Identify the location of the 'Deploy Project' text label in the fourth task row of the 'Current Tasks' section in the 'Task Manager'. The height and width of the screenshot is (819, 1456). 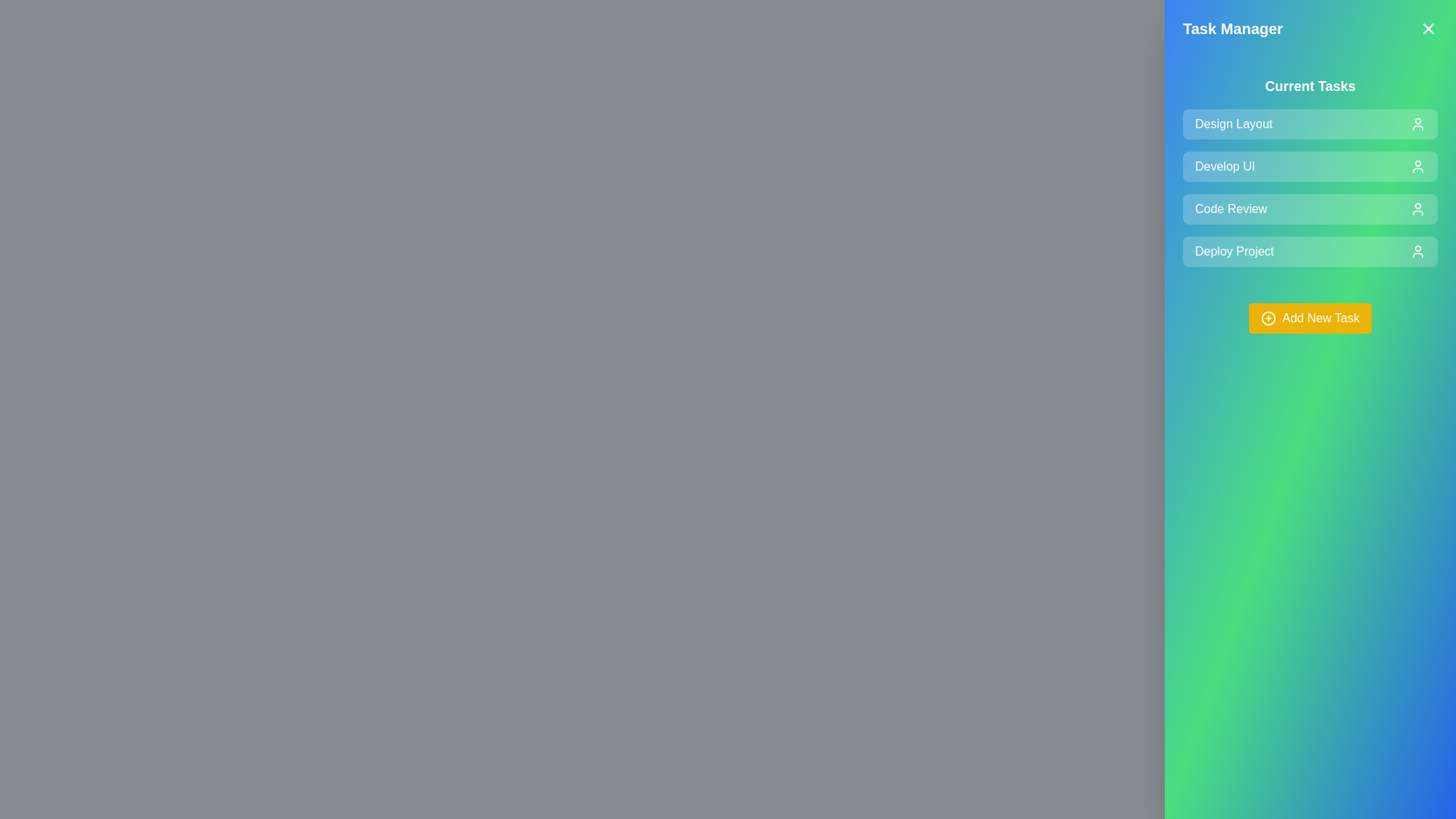
(1234, 250).